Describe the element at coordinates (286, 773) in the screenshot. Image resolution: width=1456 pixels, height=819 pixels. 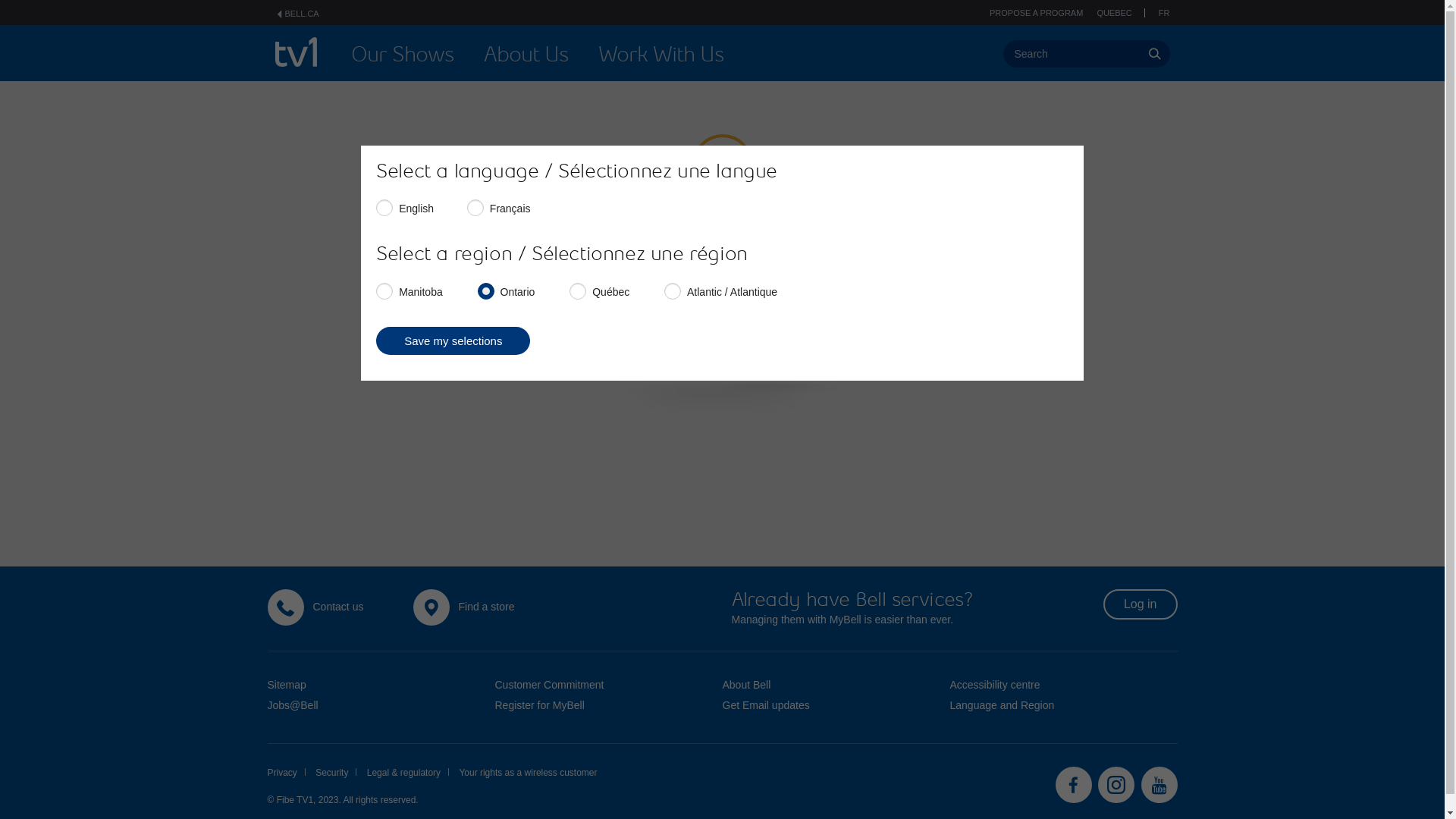
I see `'Privacy'` at that location.